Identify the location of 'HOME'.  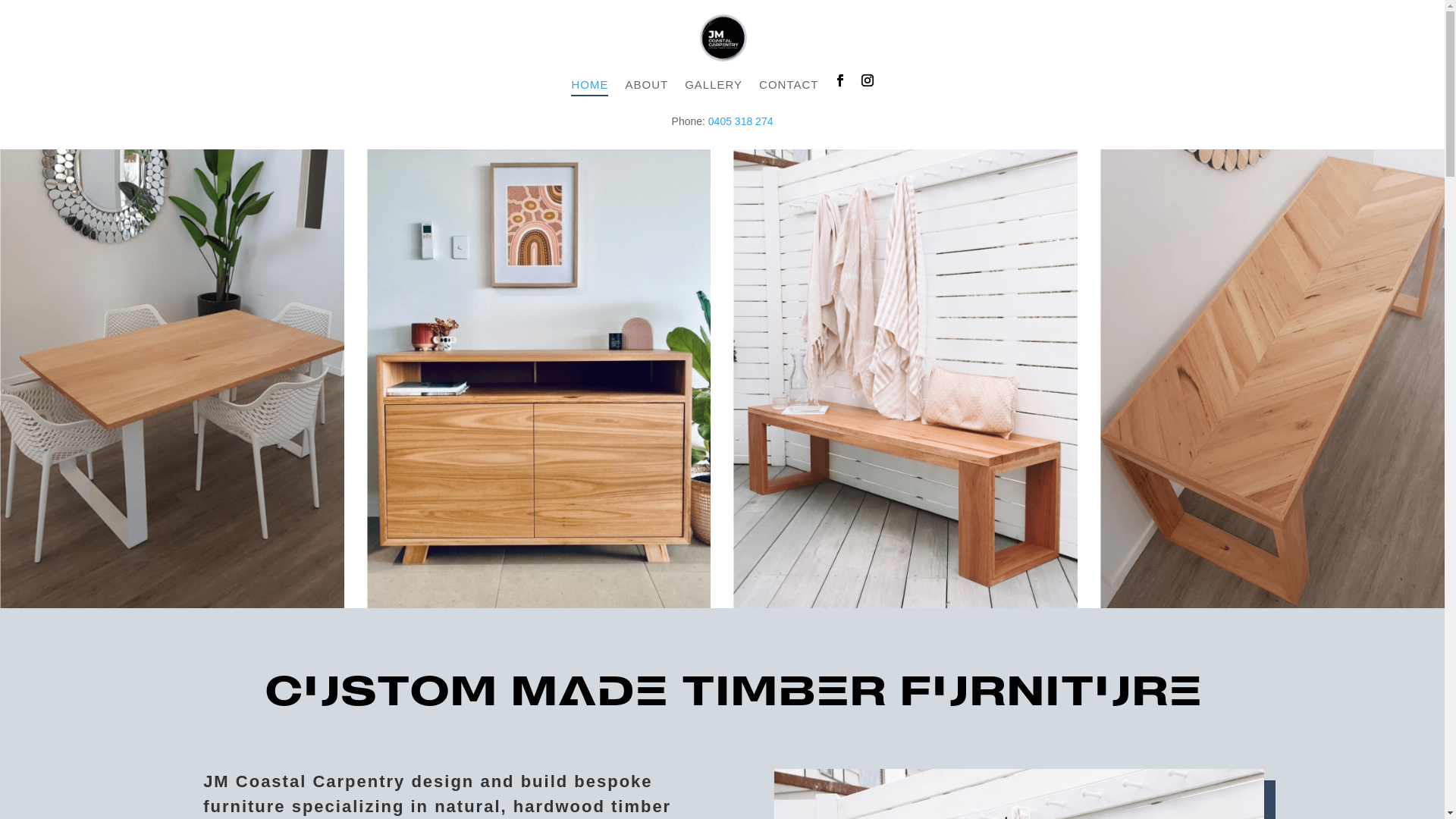
(588, 96).